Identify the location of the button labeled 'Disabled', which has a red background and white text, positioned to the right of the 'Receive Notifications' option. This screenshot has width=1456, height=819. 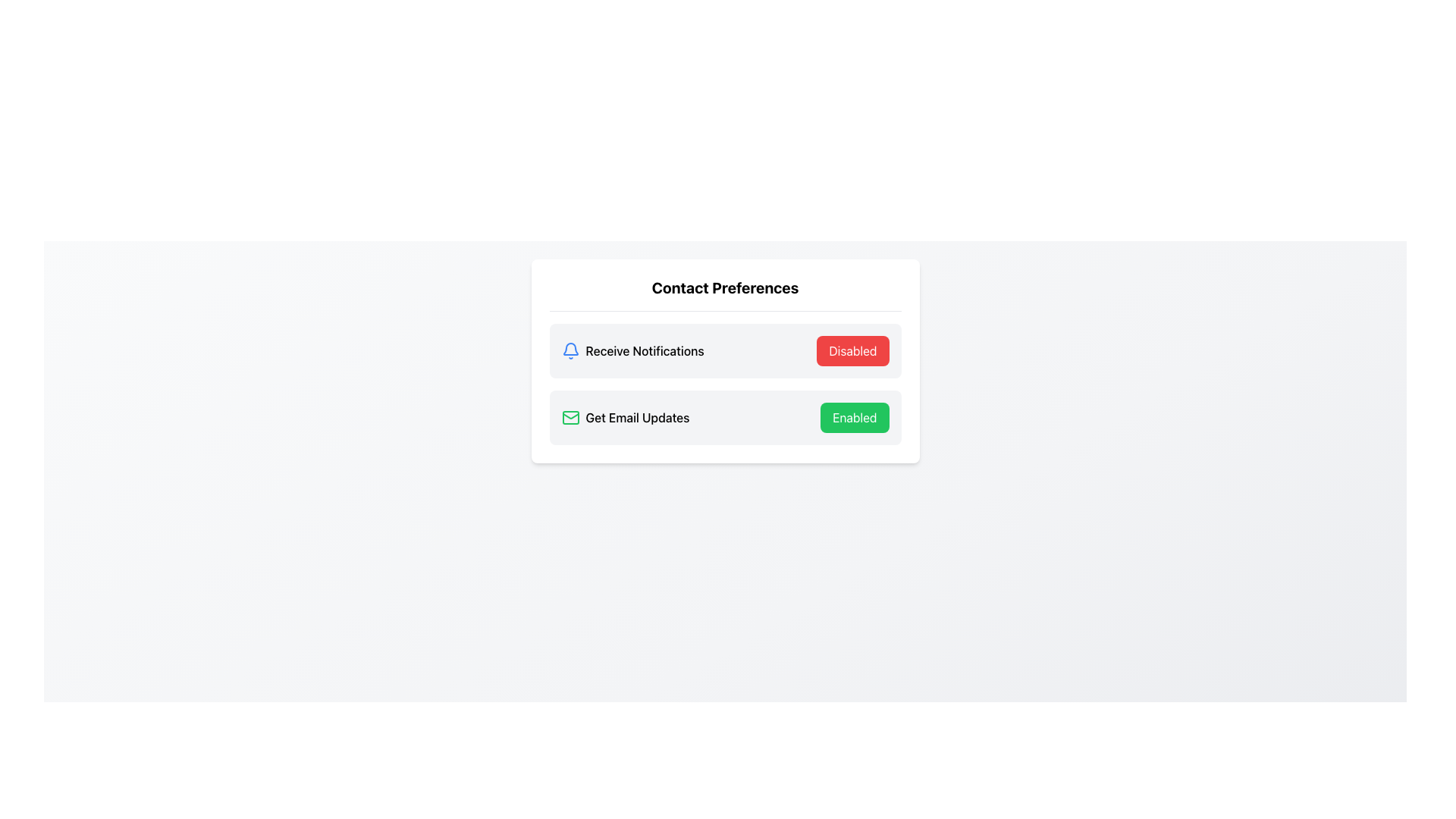
(852, 350).